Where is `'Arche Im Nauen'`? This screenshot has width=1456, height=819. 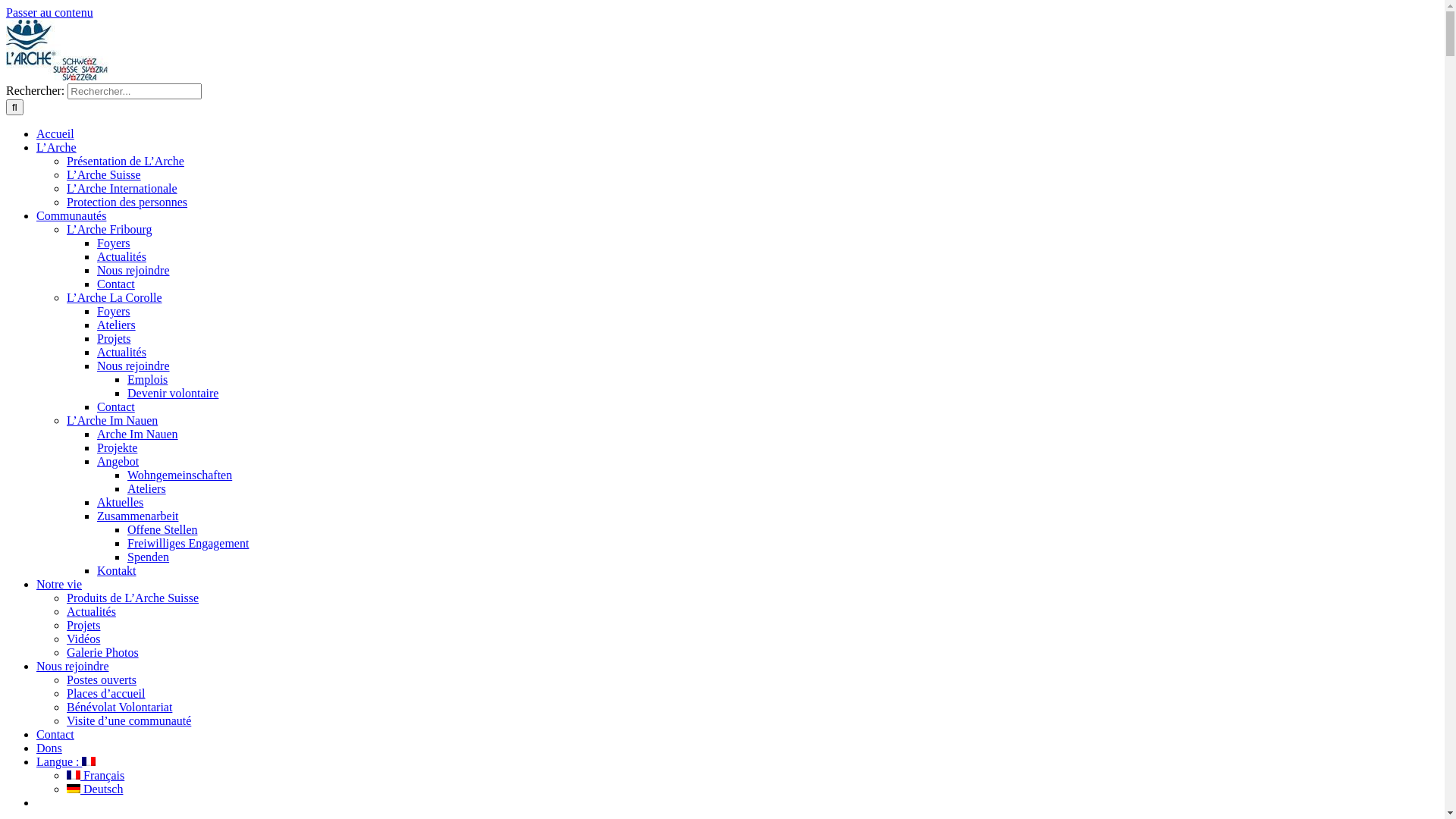 'Arche Im Nauen' is located at coordinates (137, 434).